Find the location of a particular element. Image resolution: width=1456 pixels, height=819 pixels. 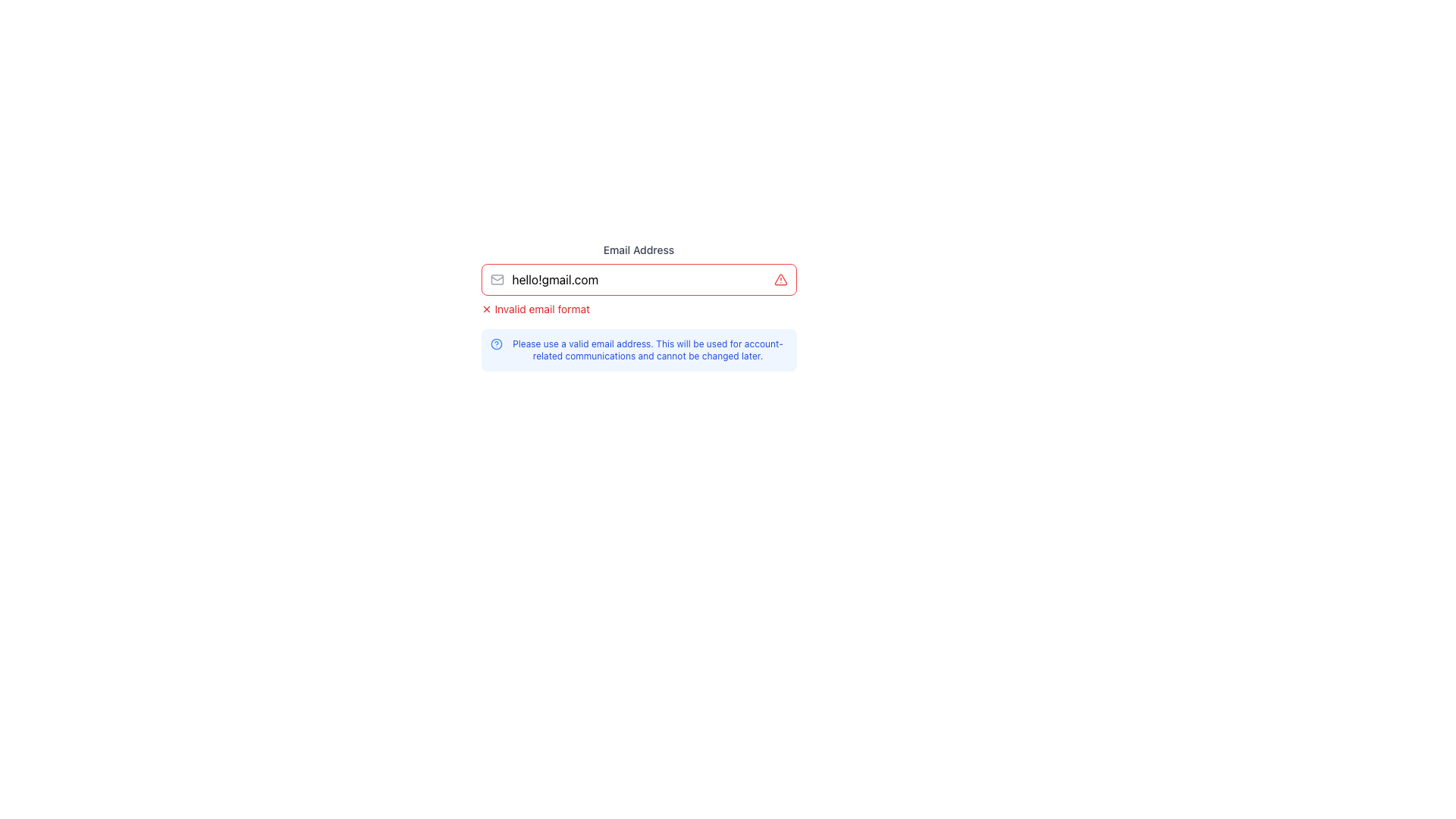

the text message notification that reads 'Please use a valid email address. This will be used for account-related communications and cannot be changed later.' is located at coordinates (648, 350).